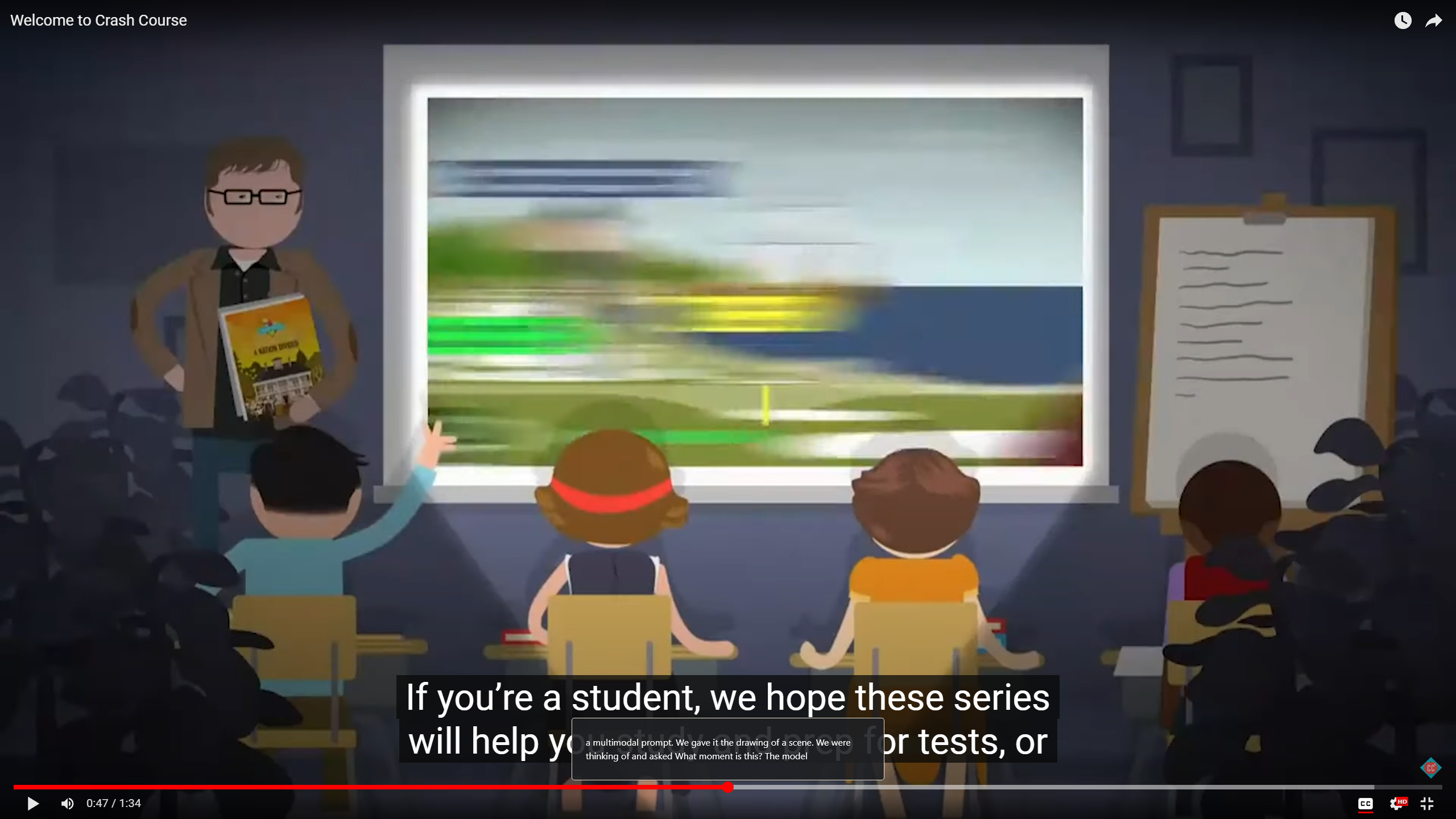  What do you see at coordinates (1433, 17) in the screenshot?
I see `'Share'` at bounding box center [1433, 17].